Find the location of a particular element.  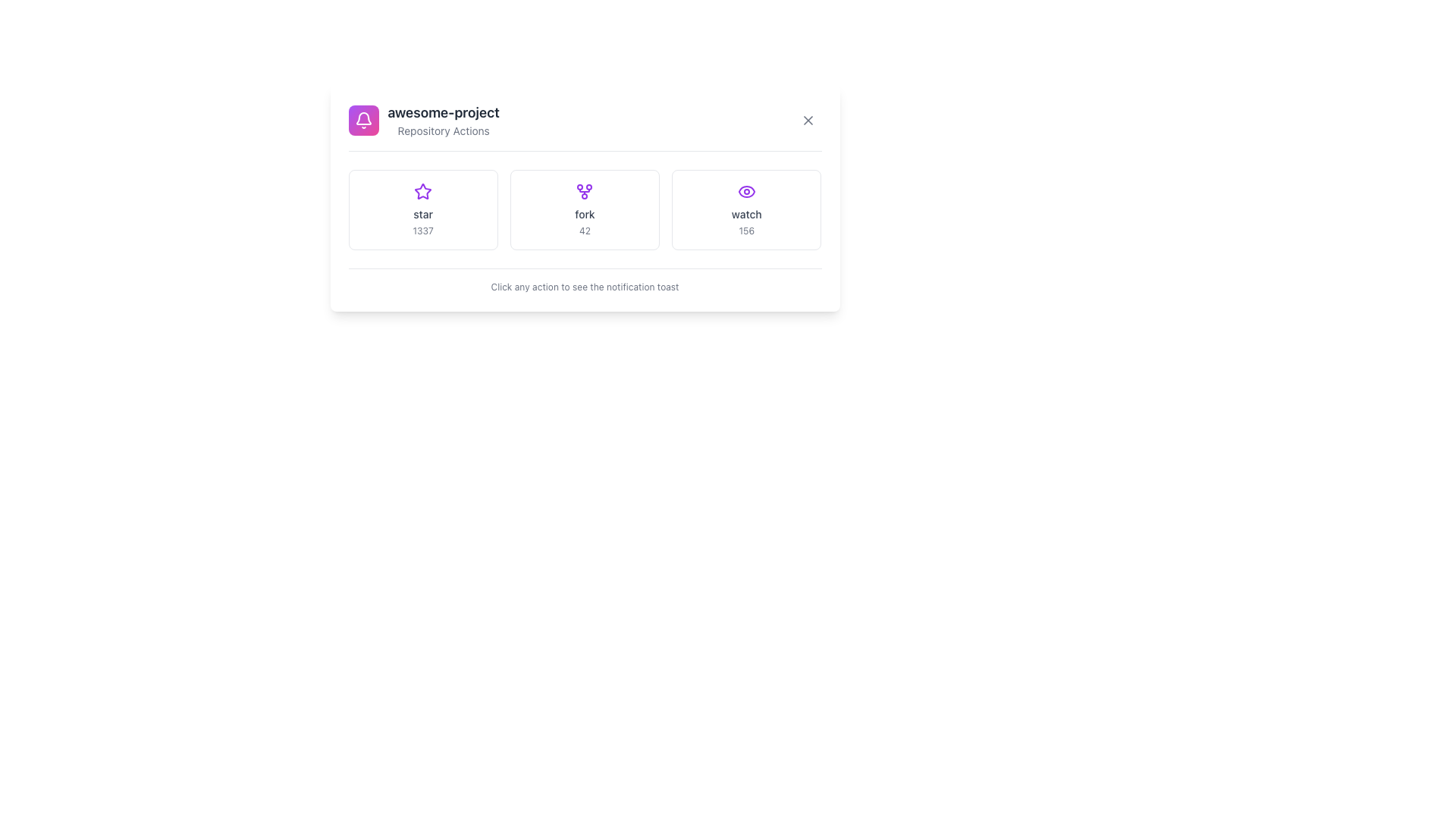

the 'watch' button, which is the third card in a row of three, positioned on the right within a grid layout is located at coordinates (746, 210).